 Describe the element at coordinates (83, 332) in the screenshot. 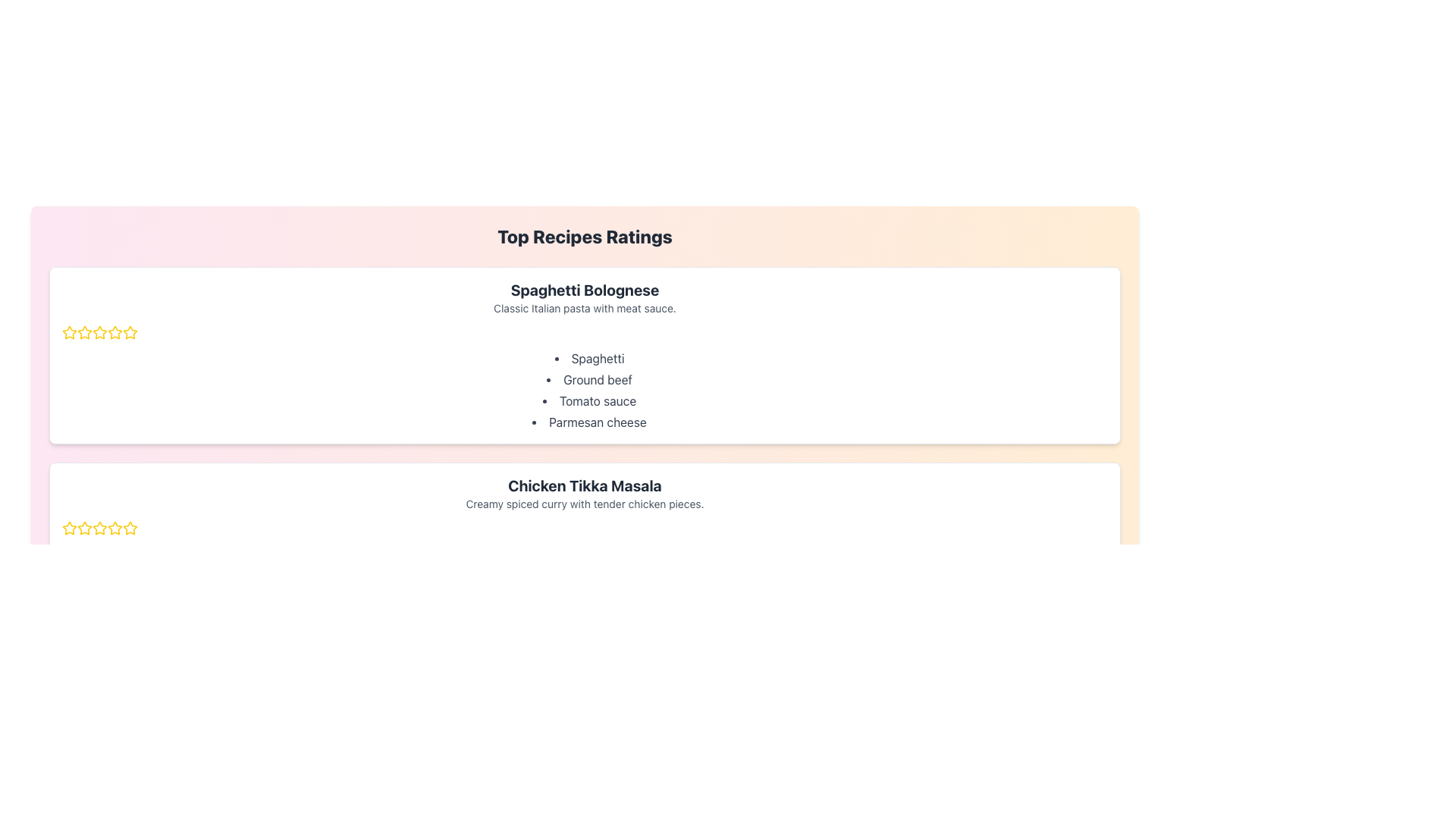

I see `the third star in the star rating icon to rate the 'Spaghetti Bolognese' dish` at that location.